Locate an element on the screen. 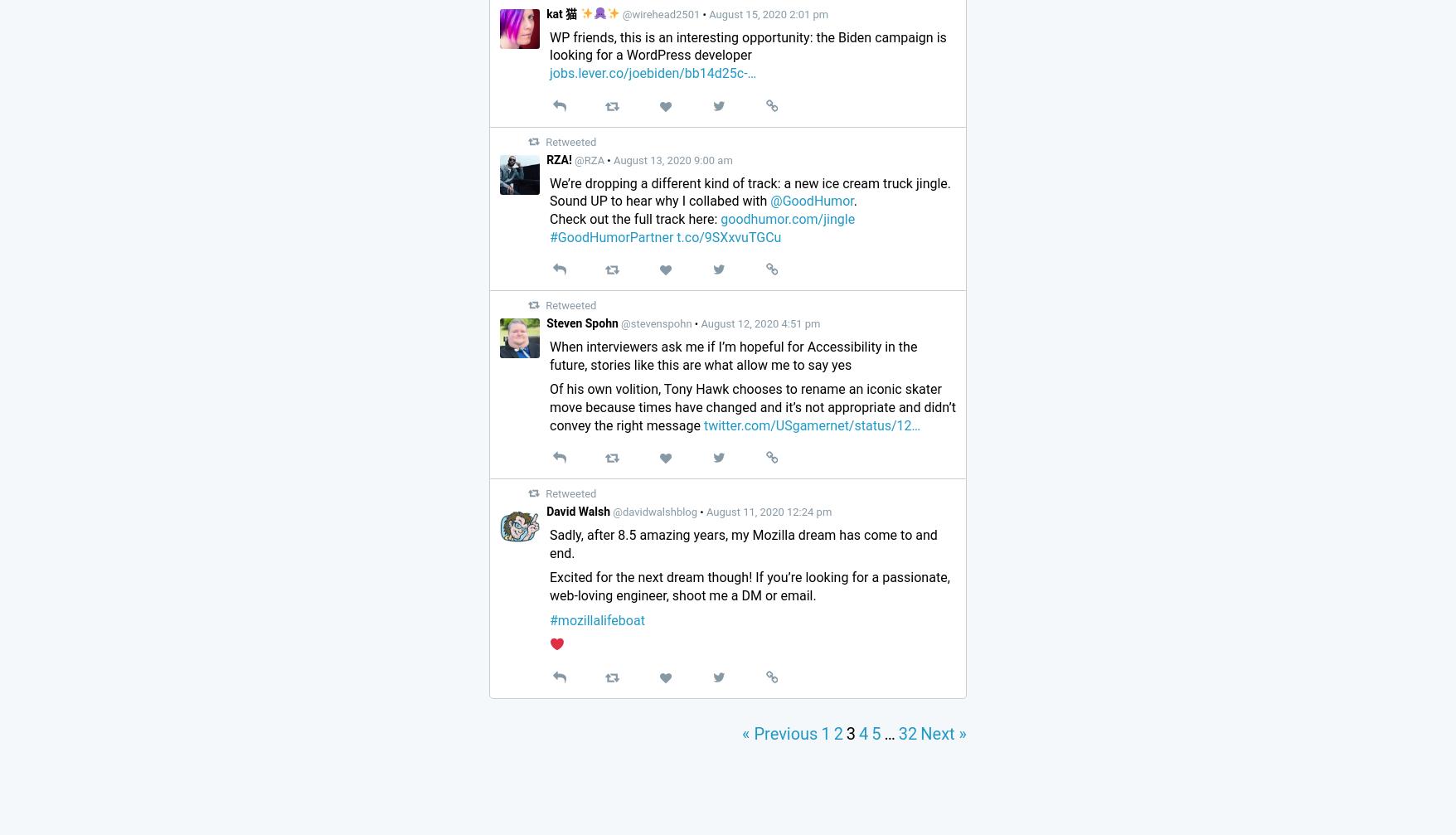 The width and height of the screenshot is (1456, 835). '@davidwalshblog' is located at coordinates (654, 511).